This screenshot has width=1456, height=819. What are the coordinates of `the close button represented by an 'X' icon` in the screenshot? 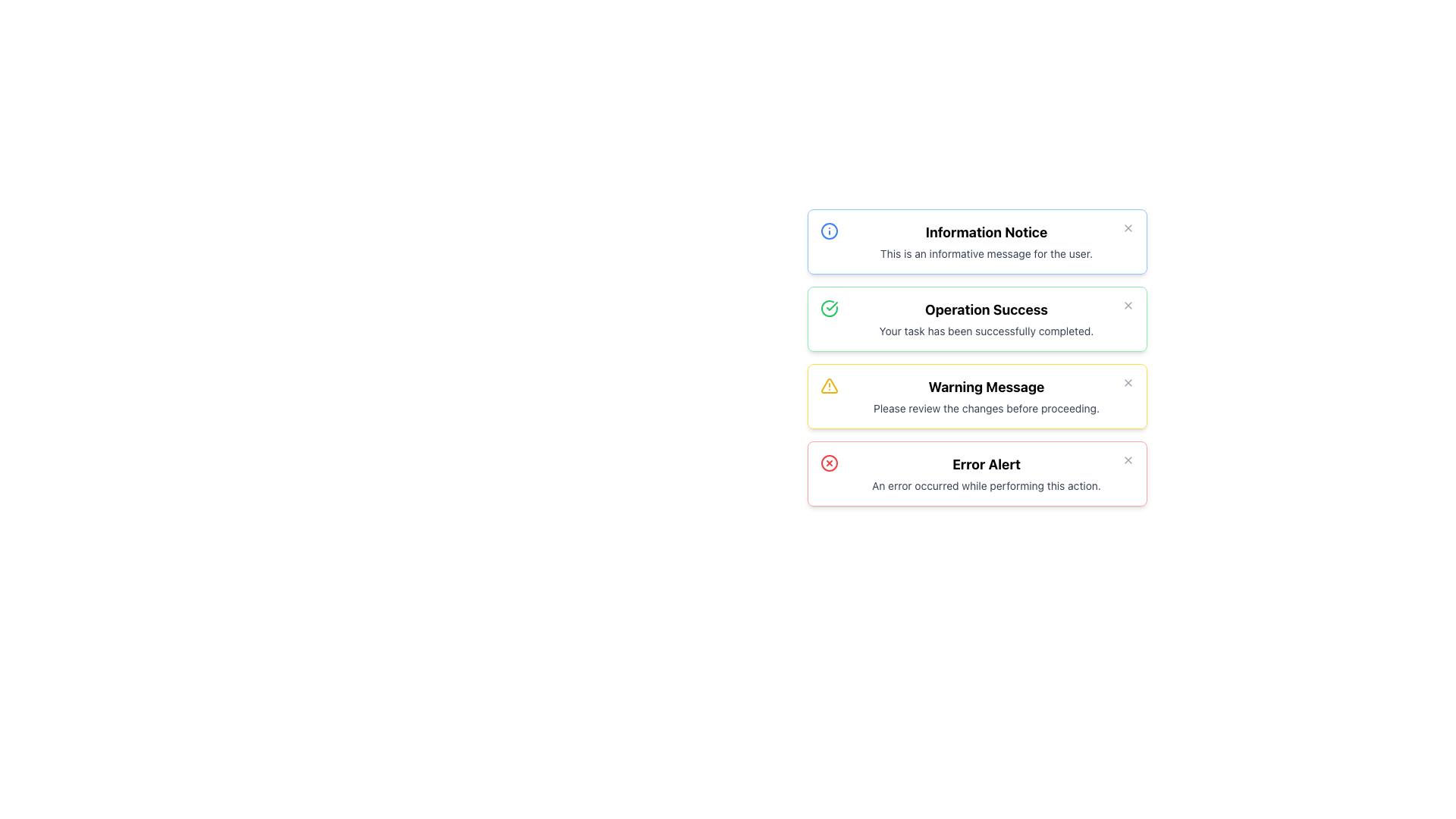 It's located at (1128, 382).